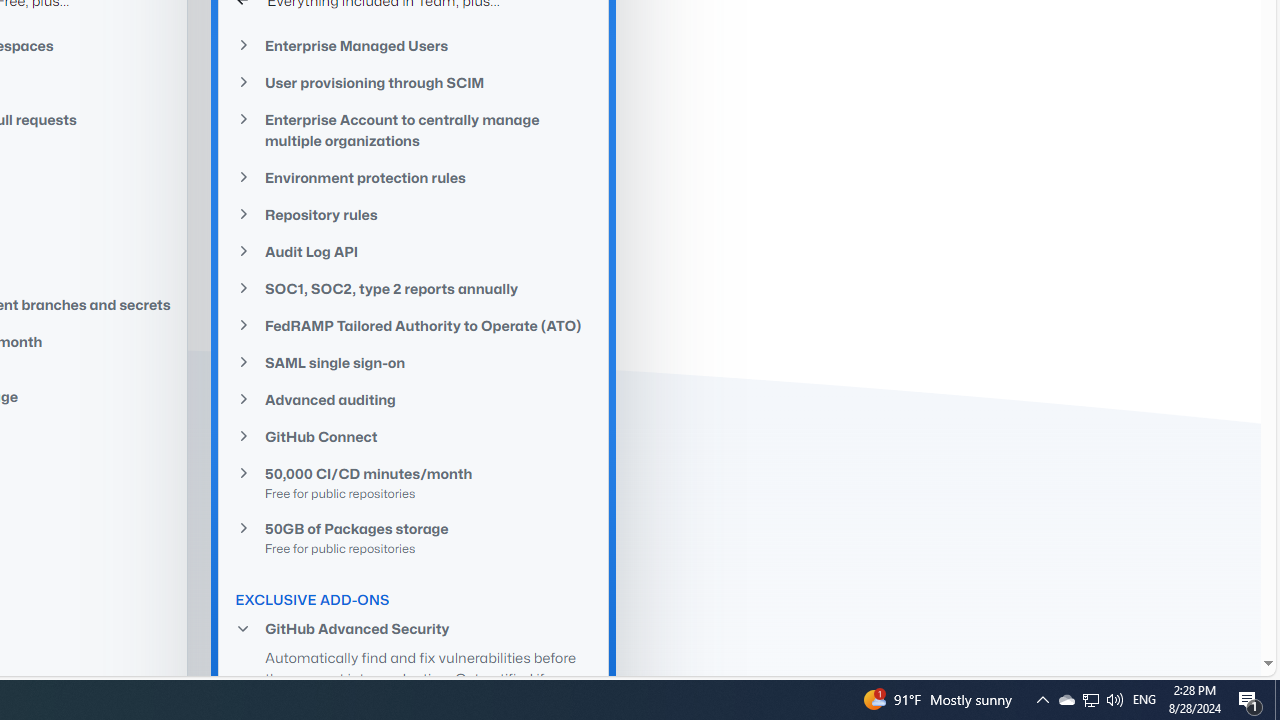 The width and height of the screenshot is (1280, 720). I want to click on 'GitHub Connect', so click(413, 435).